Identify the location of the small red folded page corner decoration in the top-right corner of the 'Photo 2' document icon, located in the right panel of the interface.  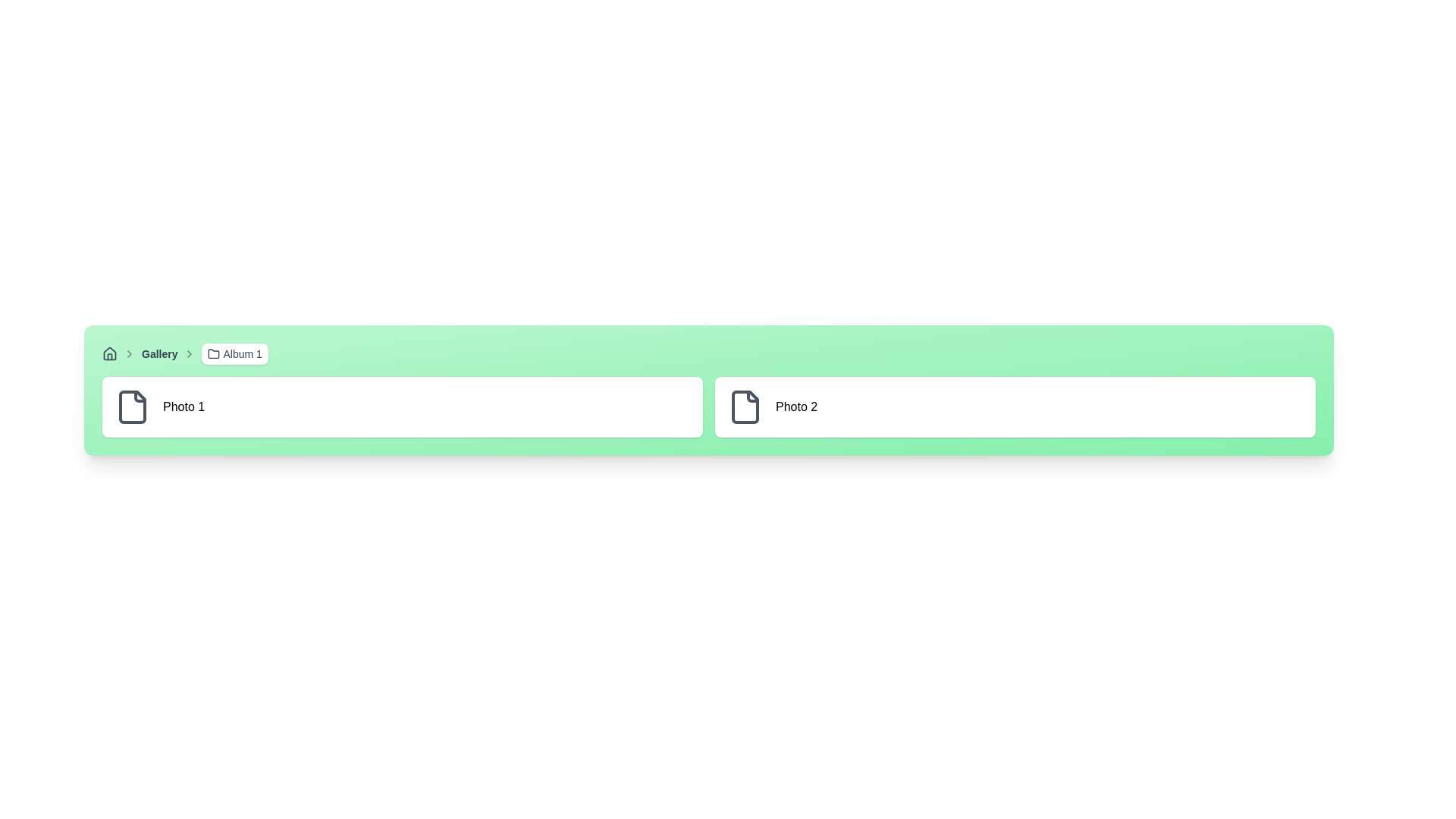
(753, 396).